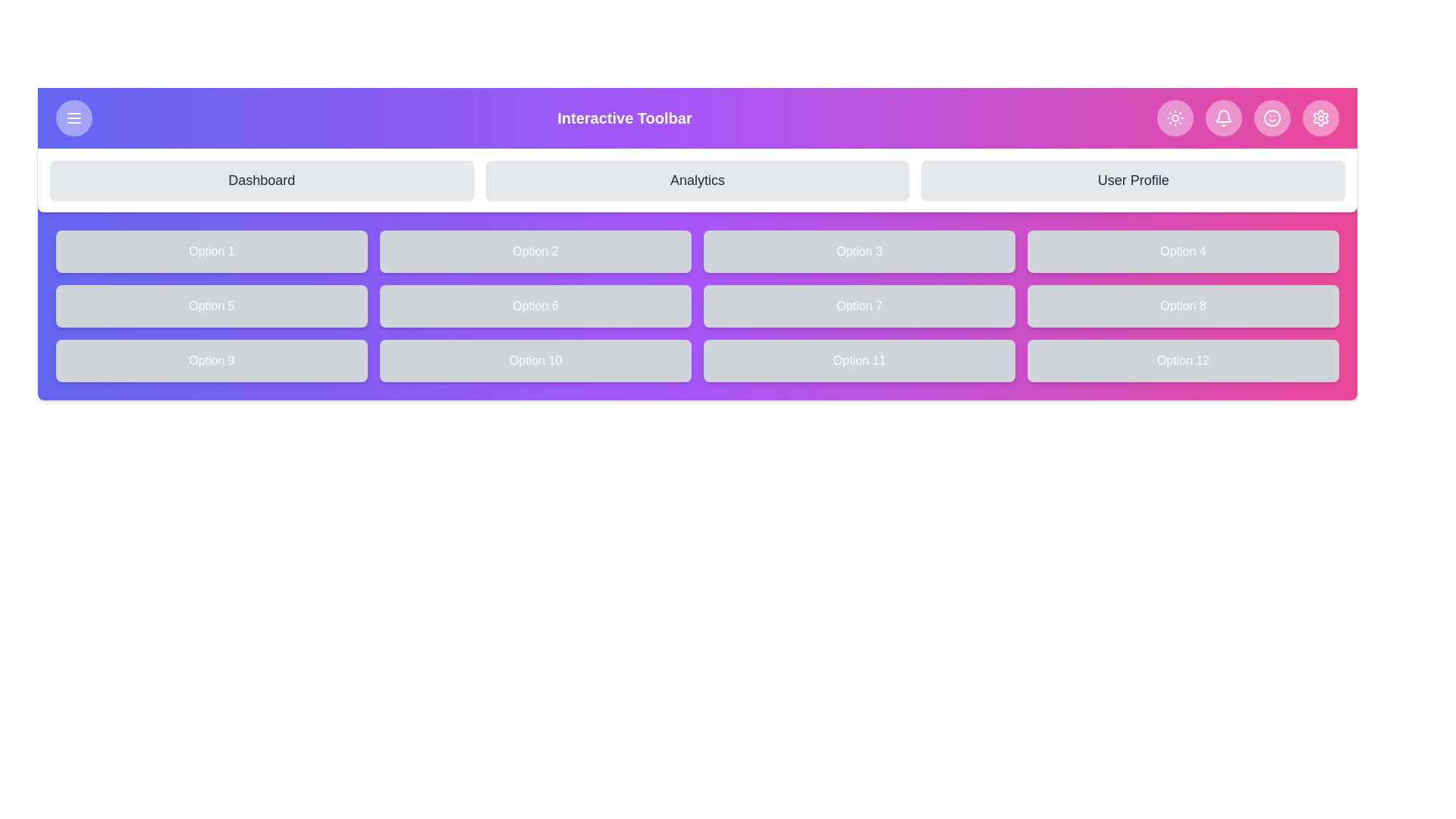 The height and width of the screenshot is (819, 1456). What do you see at coordinates (1175, 117) in the screenshot?
I see `the Sun icon in the navigation bar` at bounding box center [1175, 117].